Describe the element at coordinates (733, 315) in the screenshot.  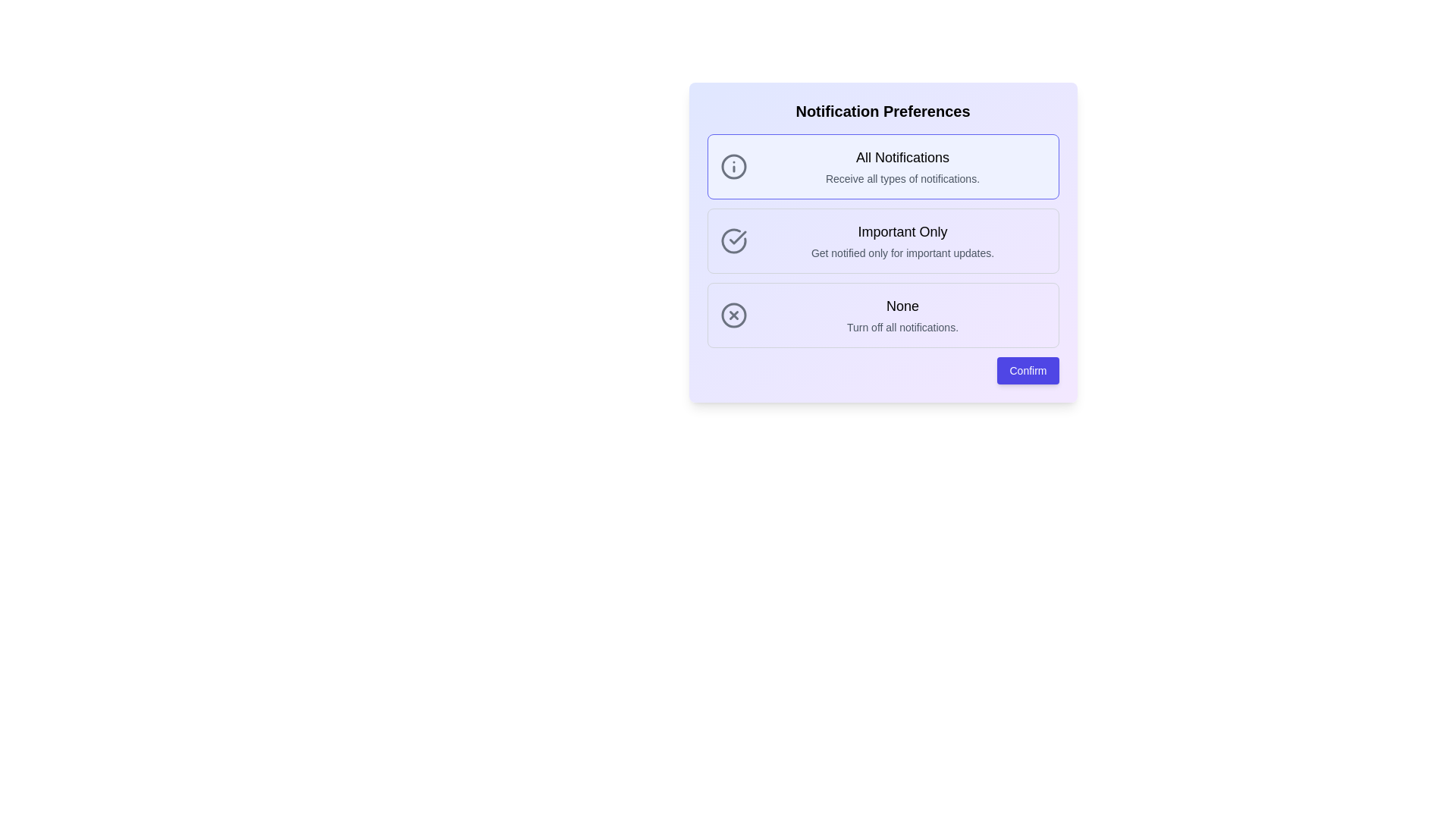
I see `the graphical icon that represents the 'None' option for disabling notifications, located in the third row of notification preferences, immediately left of the label 'None'` at that location.